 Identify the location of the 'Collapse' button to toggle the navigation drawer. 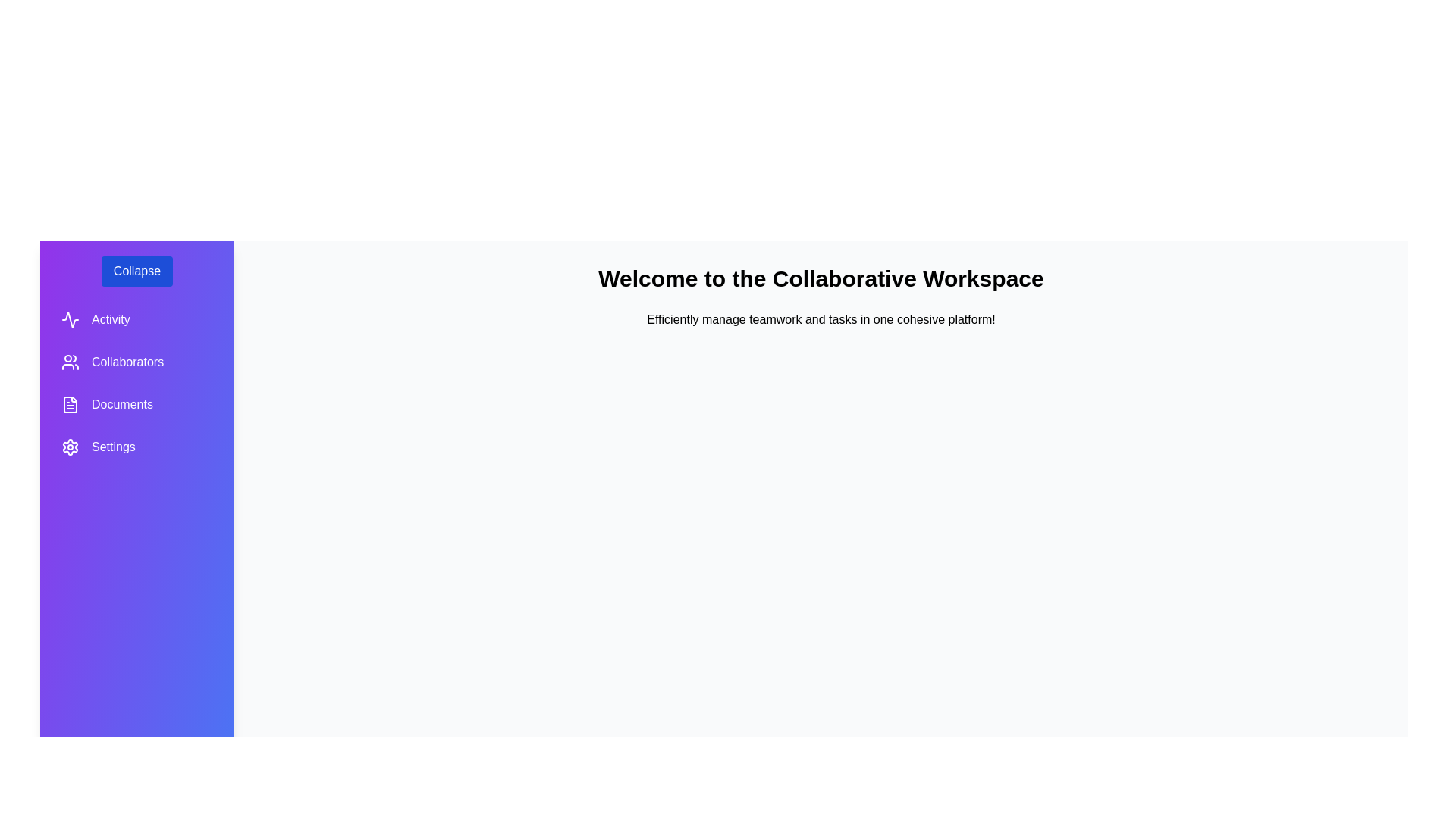
(136, 271).